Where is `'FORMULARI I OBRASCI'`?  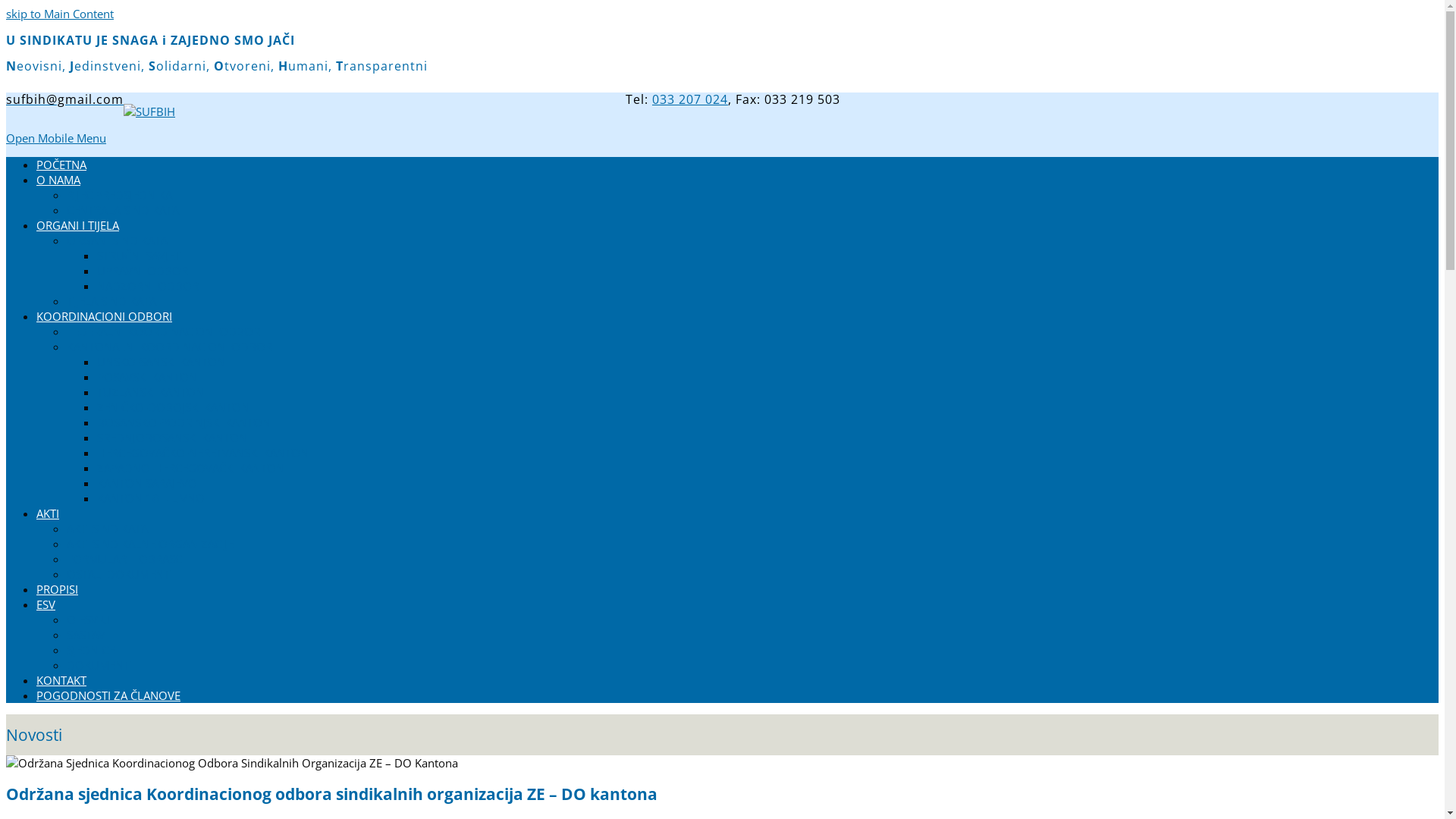 'FORMULARI I OBRASCI' is located at coordinates (65, 558).